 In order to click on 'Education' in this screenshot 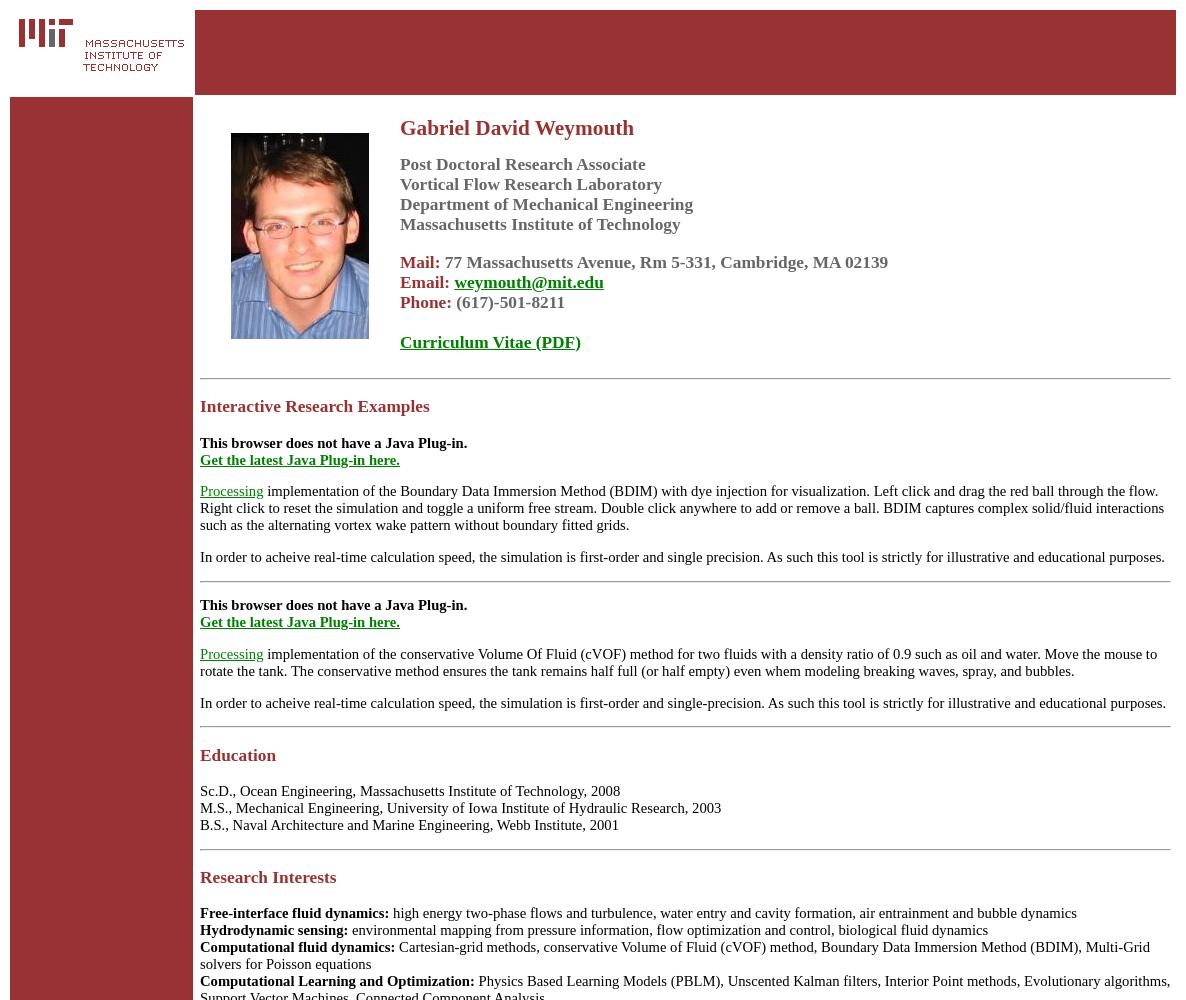, I will do `click(237, 754)`.